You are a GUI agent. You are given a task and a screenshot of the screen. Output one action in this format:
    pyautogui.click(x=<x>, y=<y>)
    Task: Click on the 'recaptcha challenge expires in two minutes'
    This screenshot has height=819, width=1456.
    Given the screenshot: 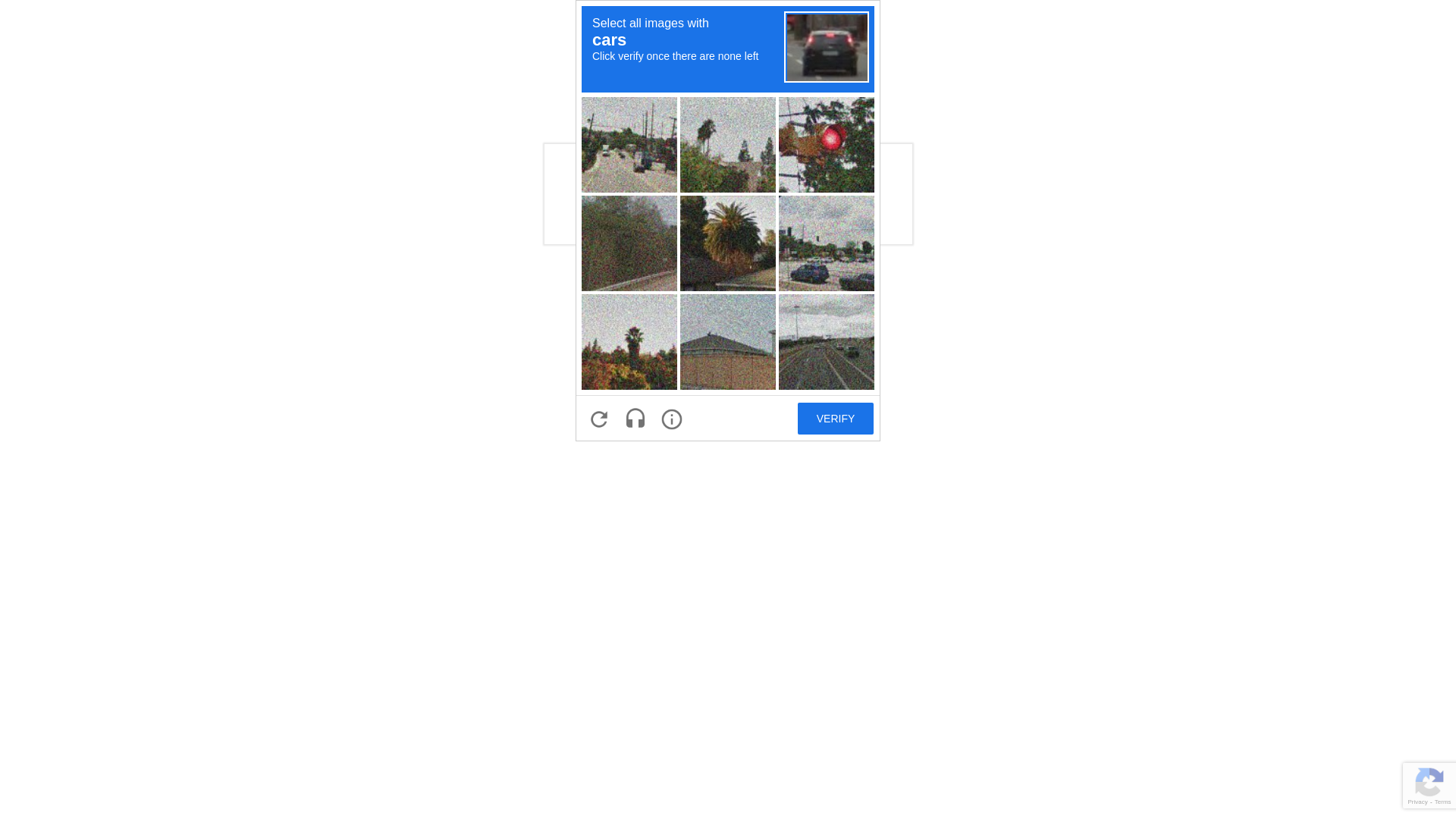 What is the action you would take?
    pyautogui.click(x=728, y=220)
    